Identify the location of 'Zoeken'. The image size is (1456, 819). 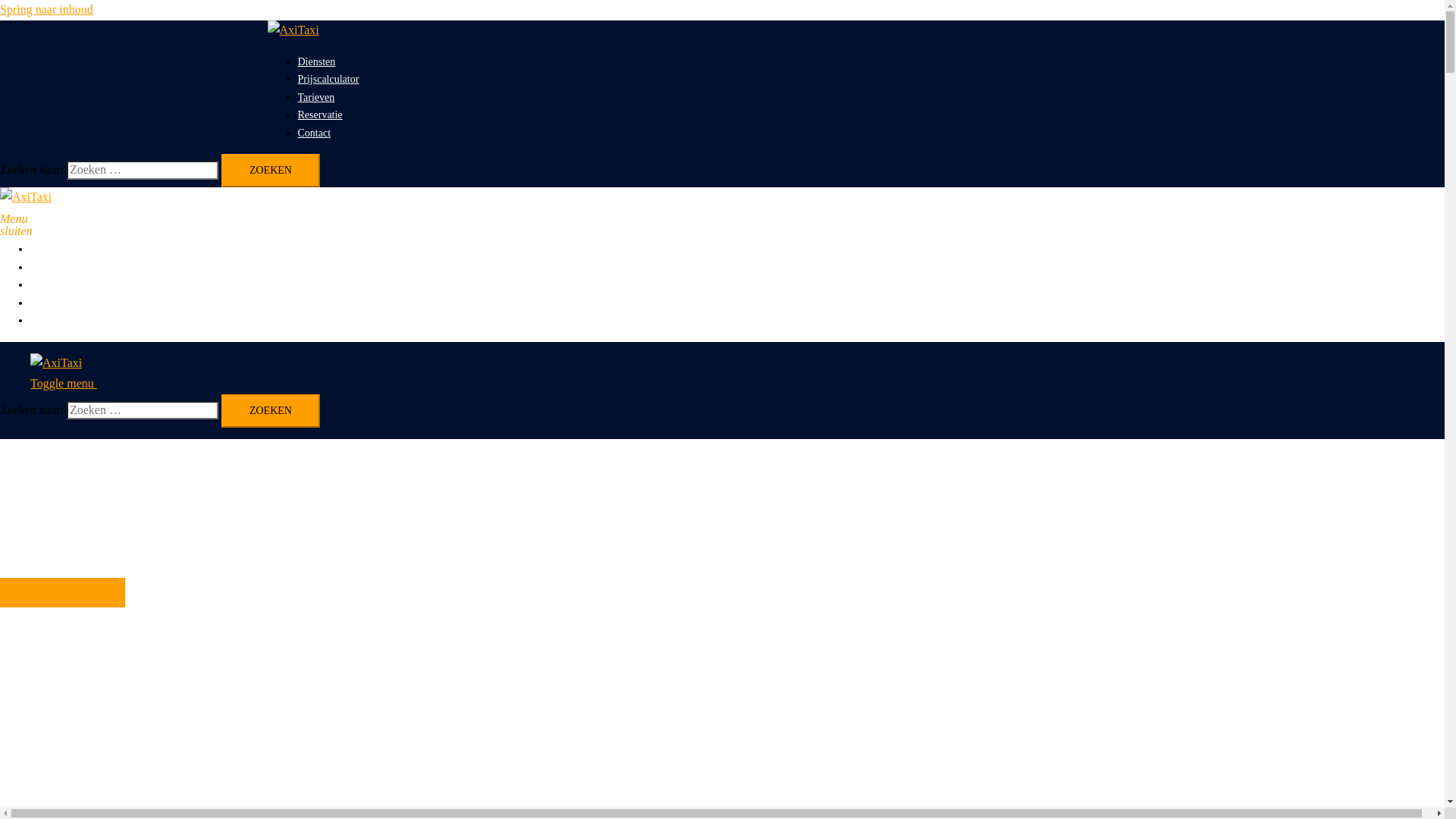
(270, 170).